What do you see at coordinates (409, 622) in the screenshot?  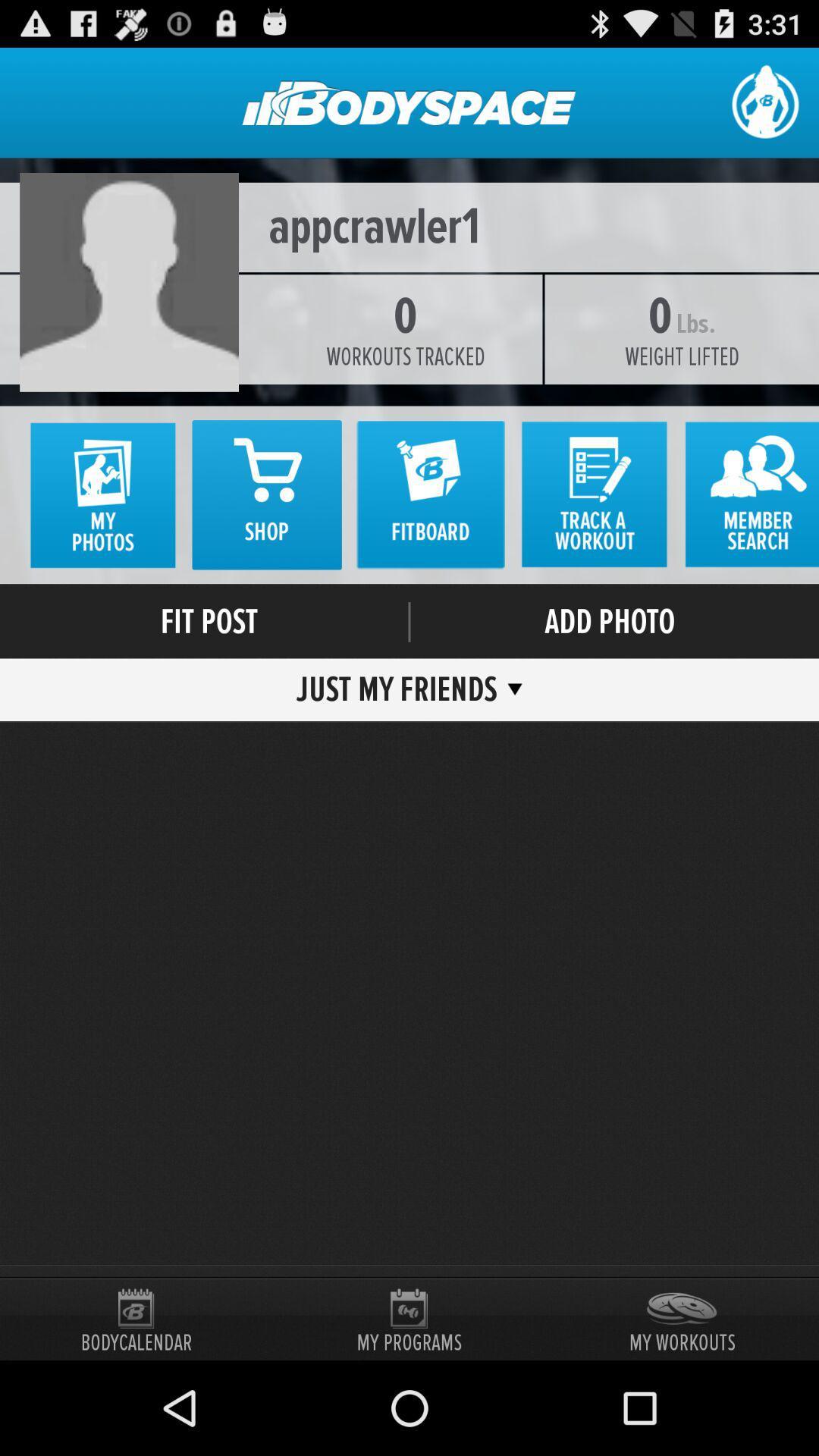 I see `the item next to fit post icon` at bounding box center [409, 622].